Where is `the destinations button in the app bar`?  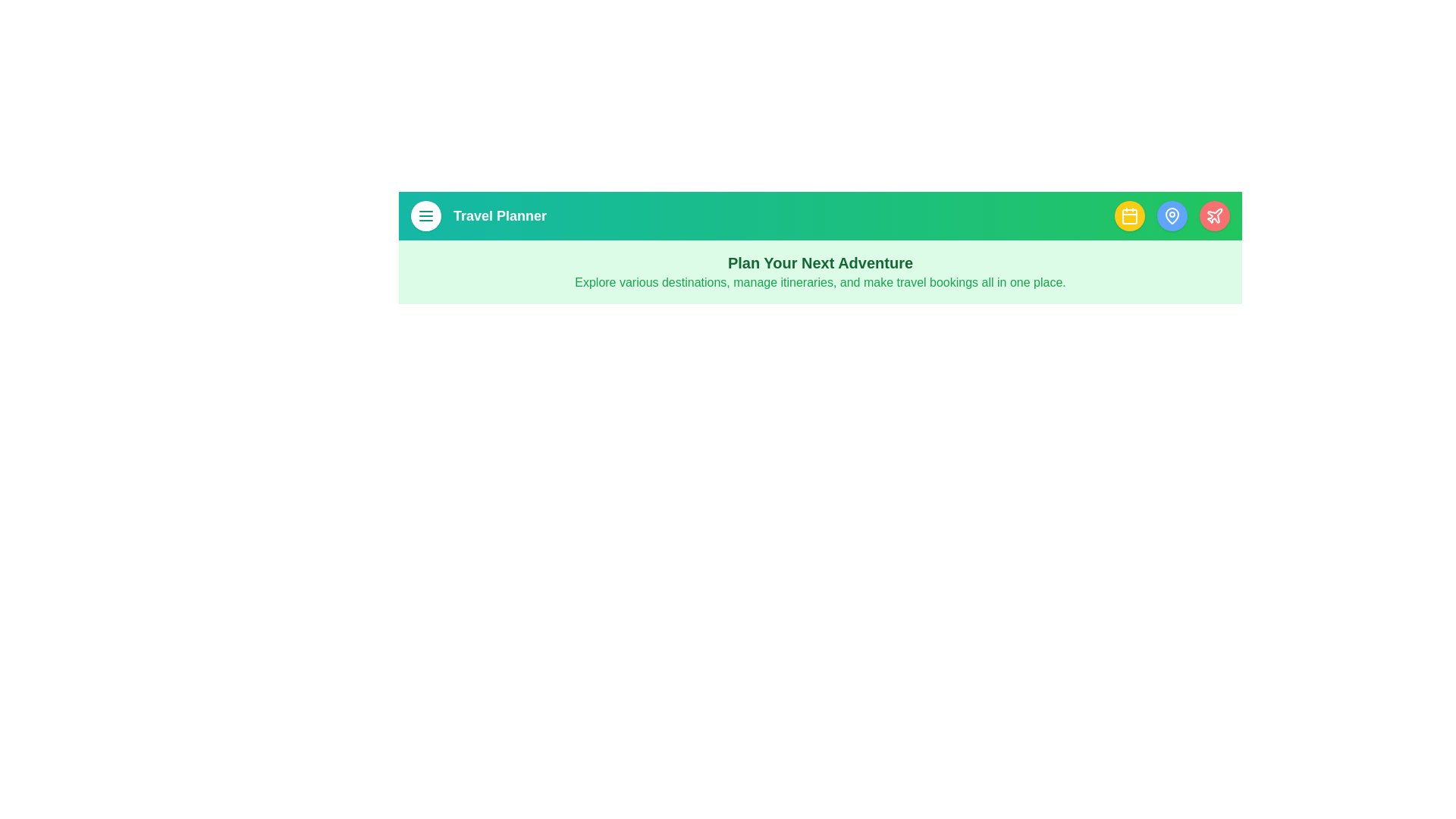
the destinations button in the app bar is located at coordinates (1171, 216).